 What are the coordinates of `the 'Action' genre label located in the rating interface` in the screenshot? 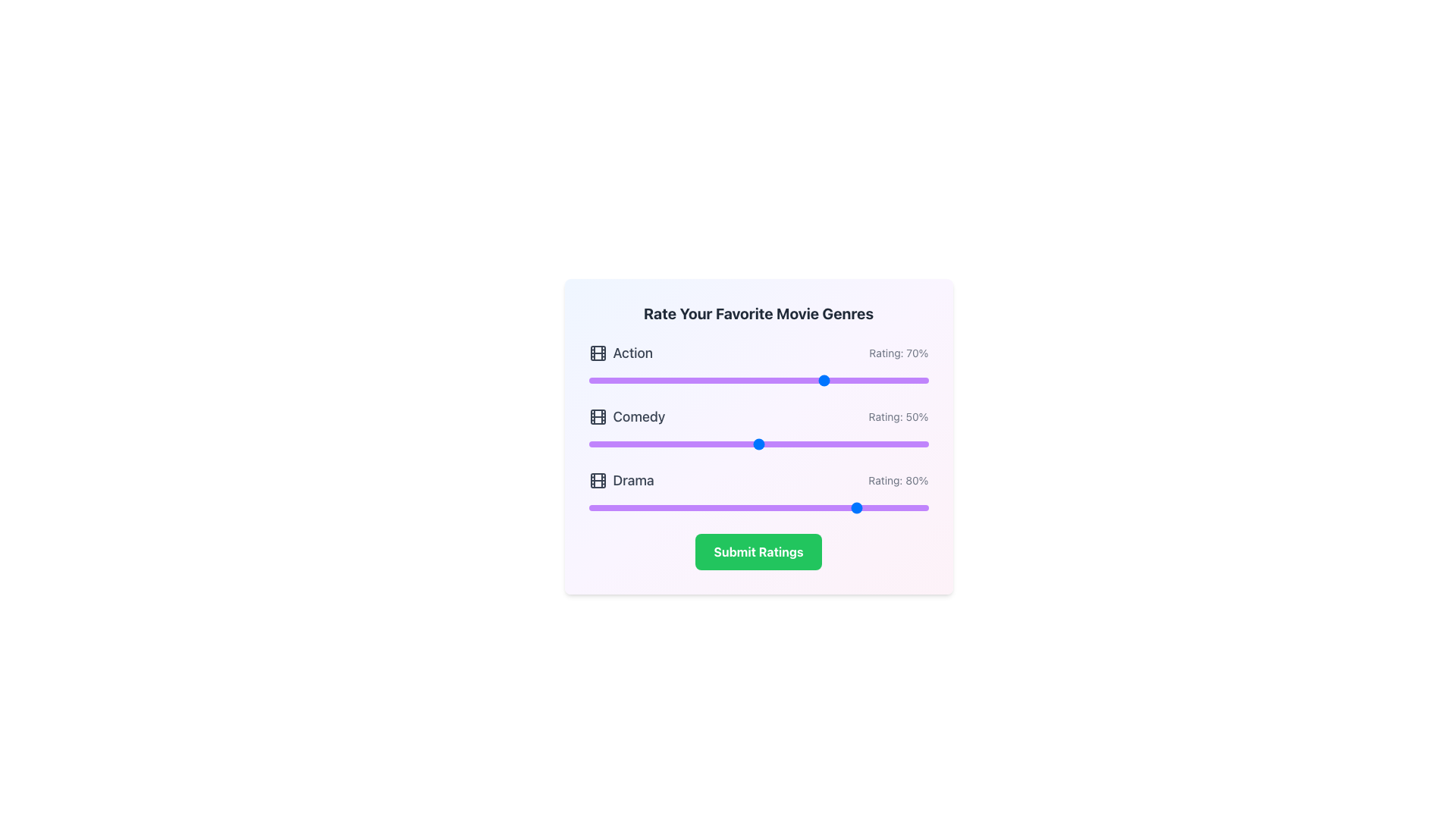 It's located at (632, 353).